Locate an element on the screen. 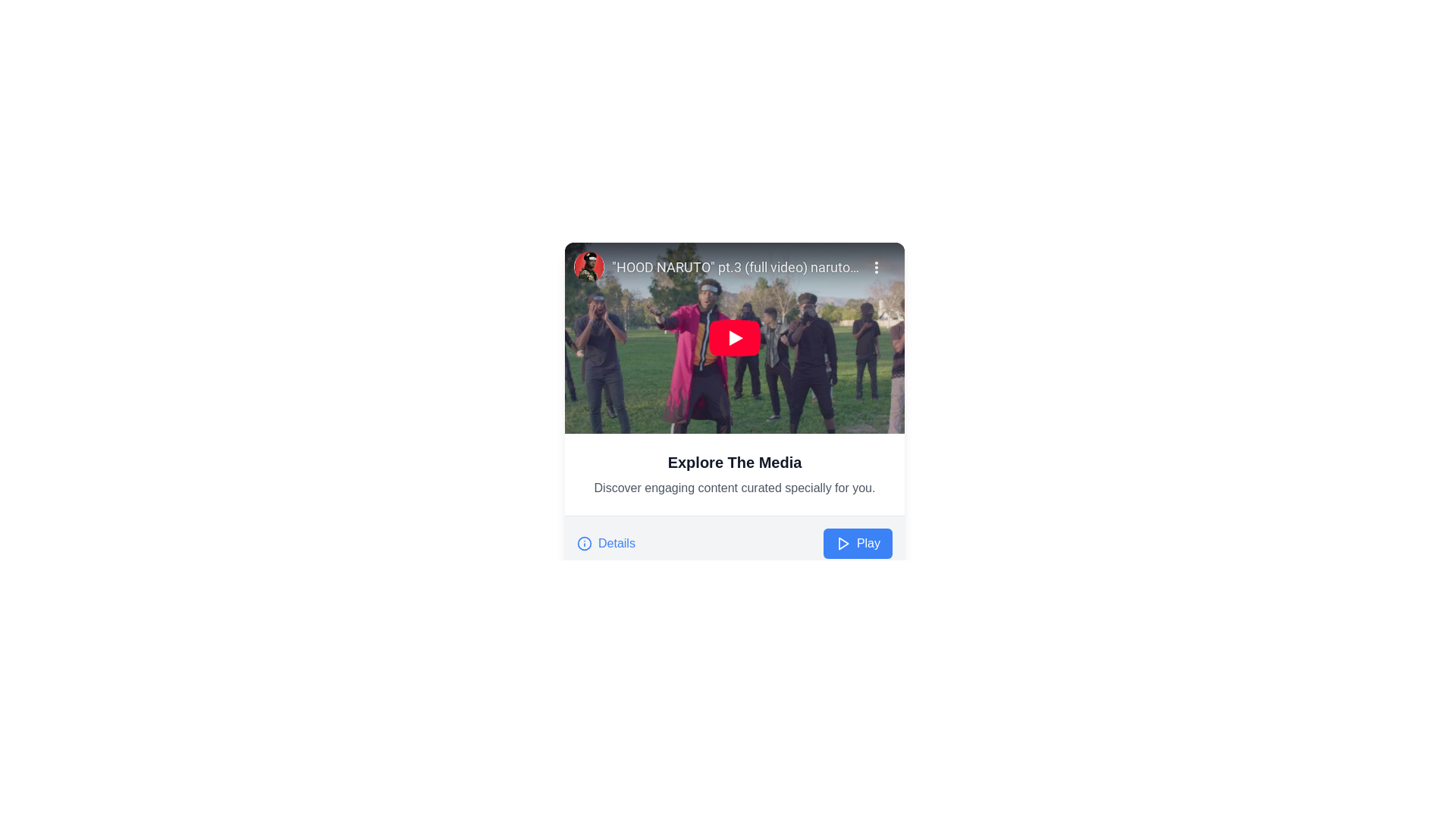  the triangular play icon outlined in white, which is embedded within the blue circular background of the 'Play' button located at the bottom right corner of the card component is located at coordinates (842, 543).